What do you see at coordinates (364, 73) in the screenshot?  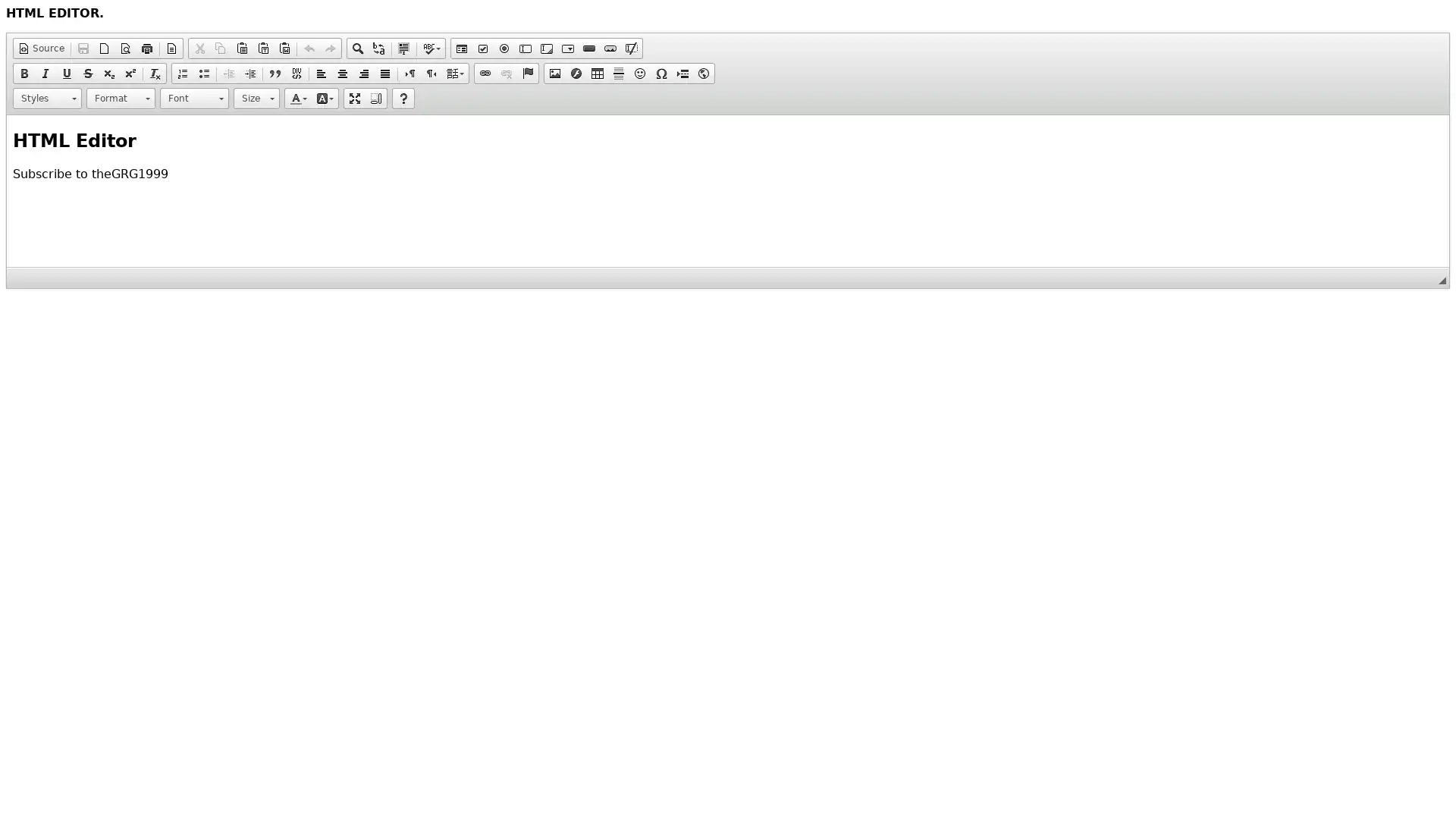 I see `Align Right` at bounding box center [364, 73].